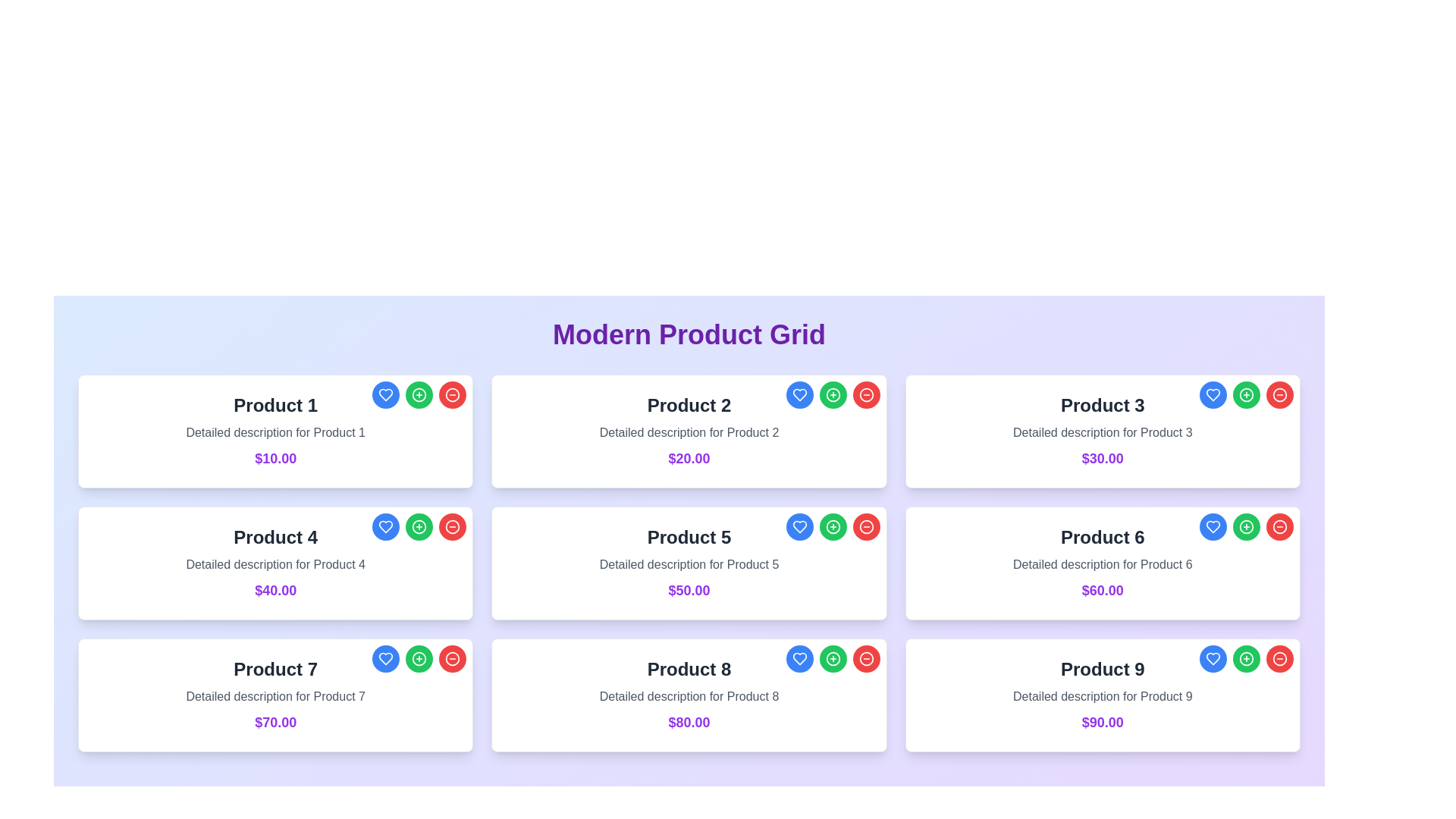 Image resolution: width=1456 pixels, height=819 pixels. Describe the element at coordinates (799, 657) in the screenshot. I see `the heart-shaped icon outlined in blue, which represents a 'like' or 'favorite' action, located in the top-right corner of the card labeled 'Product 8'` at that location.